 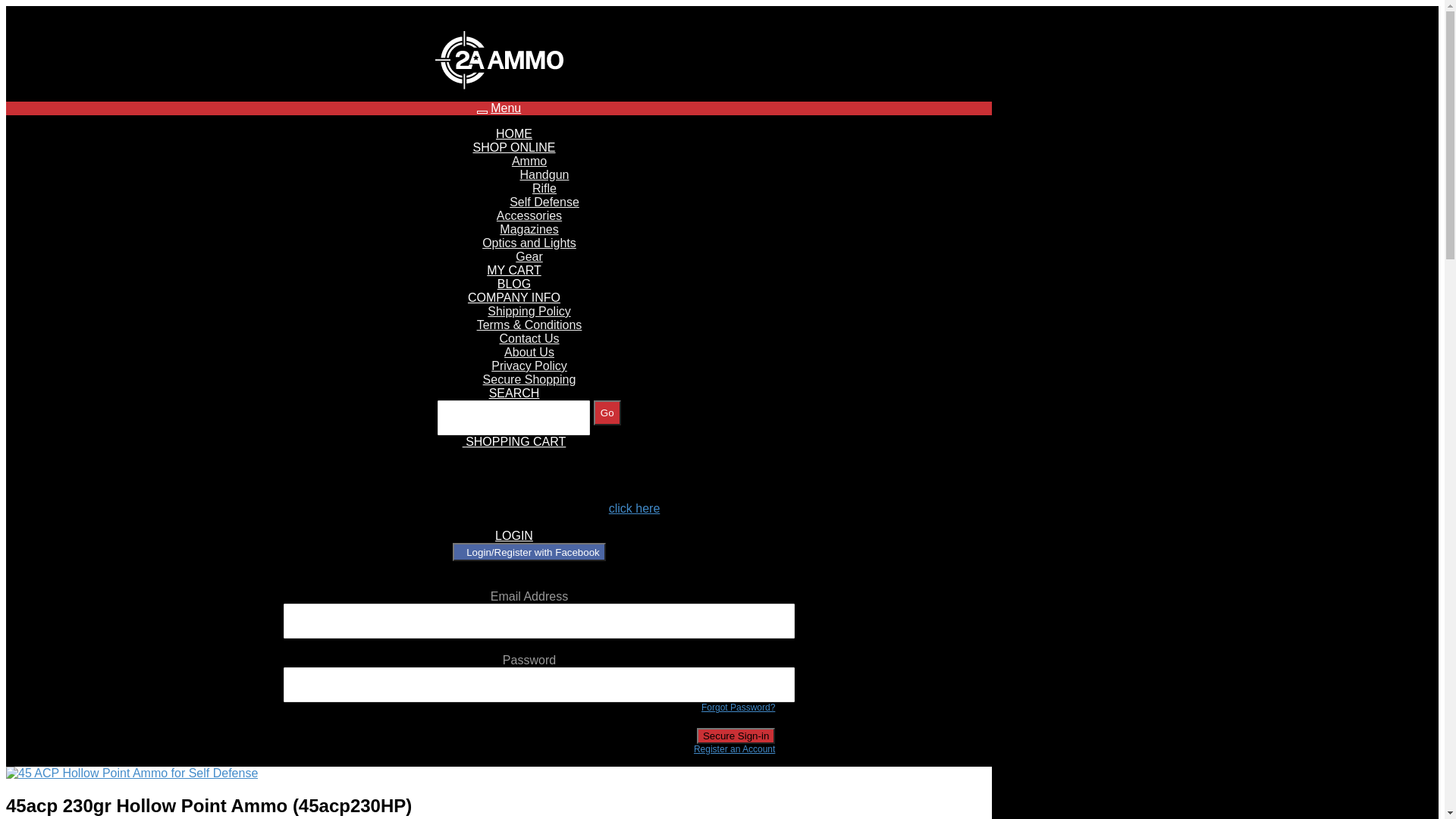 What do you see at coordinates (529, 242) in the screenshot?
I see `'Optics and Lights'` at bounding box center [529, 242].